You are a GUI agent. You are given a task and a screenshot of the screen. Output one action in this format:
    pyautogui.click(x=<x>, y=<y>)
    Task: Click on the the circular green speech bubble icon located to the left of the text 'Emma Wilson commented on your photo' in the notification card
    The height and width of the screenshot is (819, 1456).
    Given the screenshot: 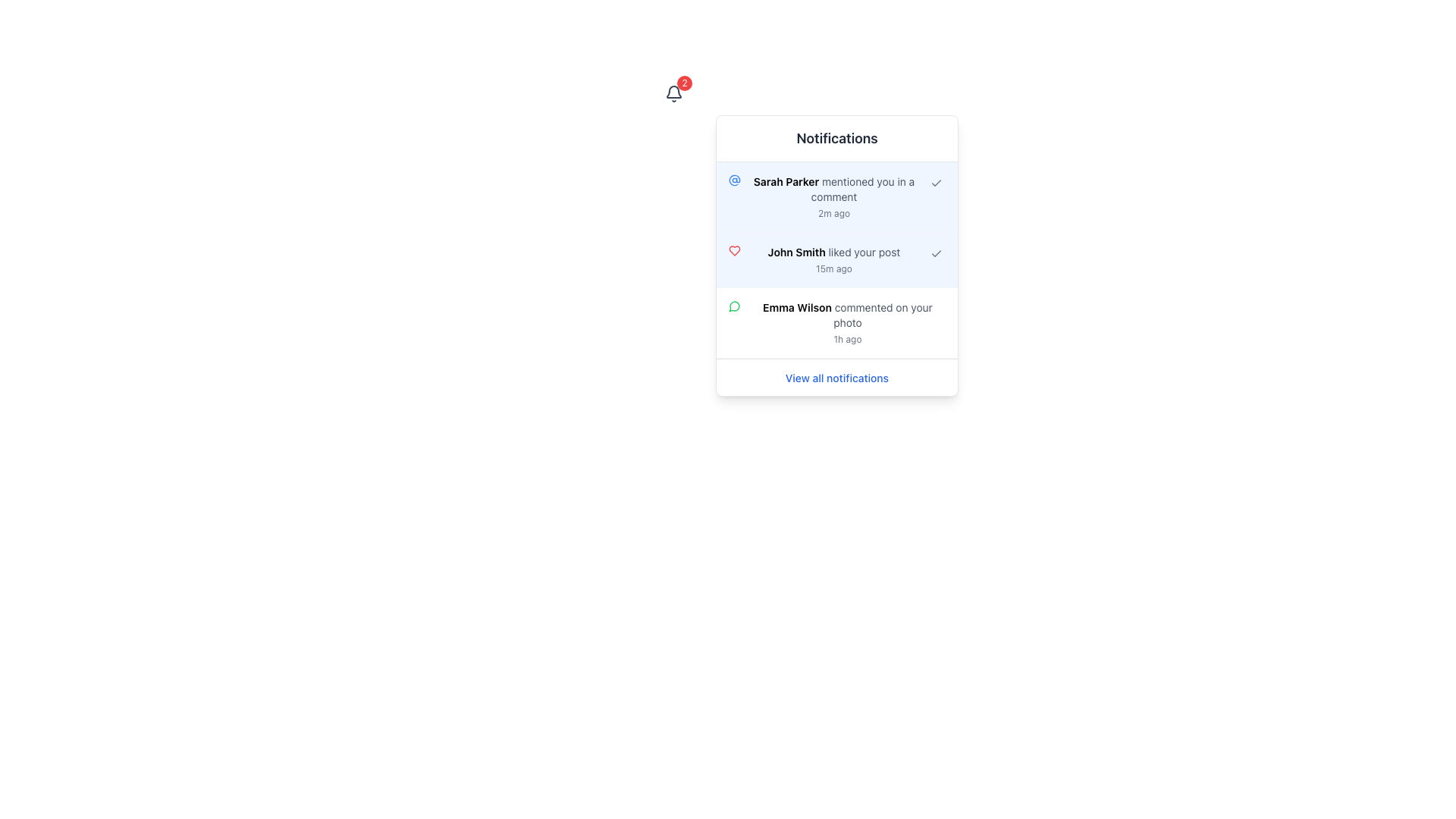 What is the action you would take?
    pyautogui.click(x=735, y=306)
    